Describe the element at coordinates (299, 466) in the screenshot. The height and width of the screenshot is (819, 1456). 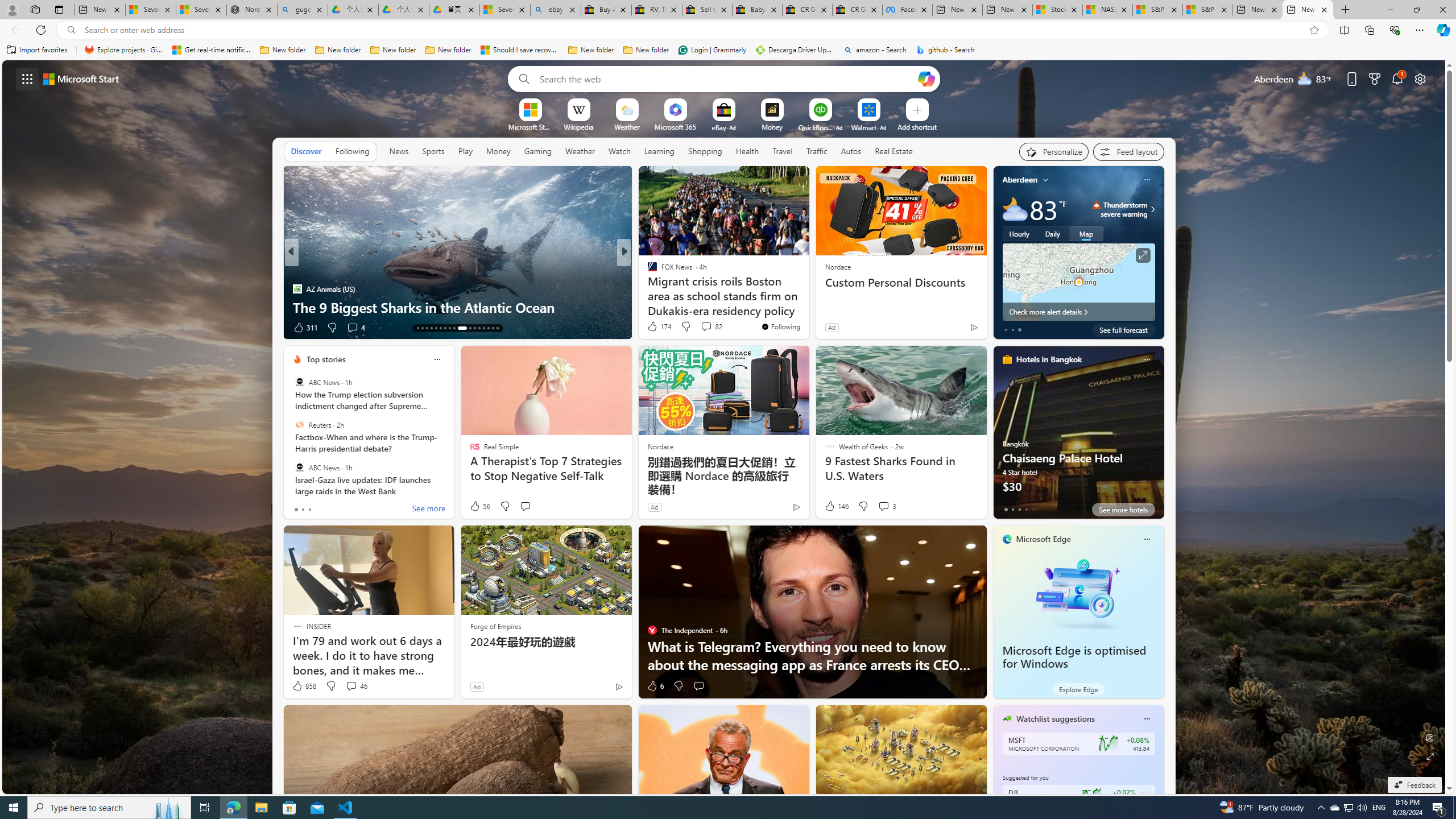
I see `'ABC News'` at that location.